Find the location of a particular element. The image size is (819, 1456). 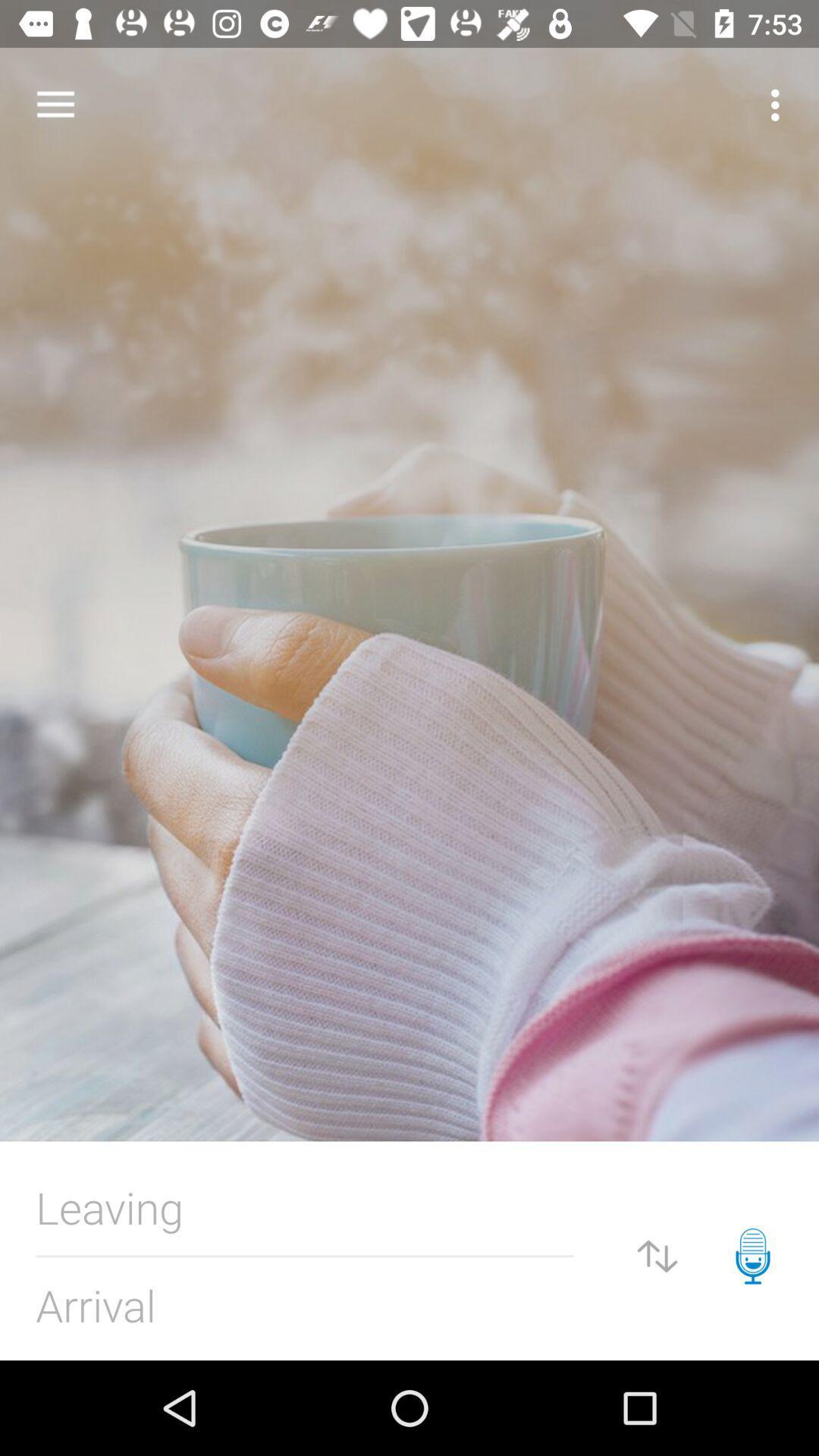

the microphone icon is located at coordinates (752, 1256).